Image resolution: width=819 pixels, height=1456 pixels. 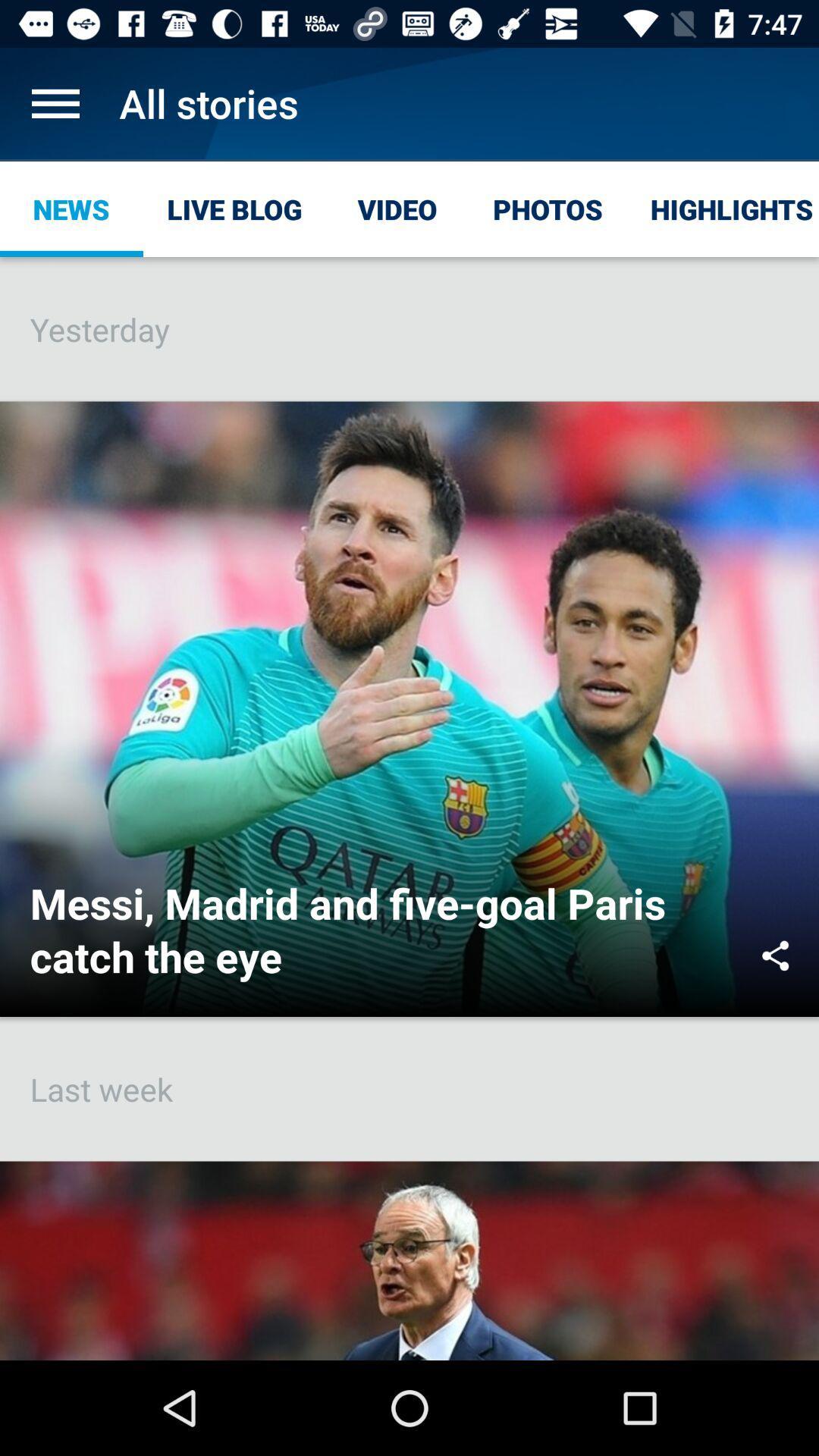 I want to click on icon next to all stories app, so click(x=55, y=102).